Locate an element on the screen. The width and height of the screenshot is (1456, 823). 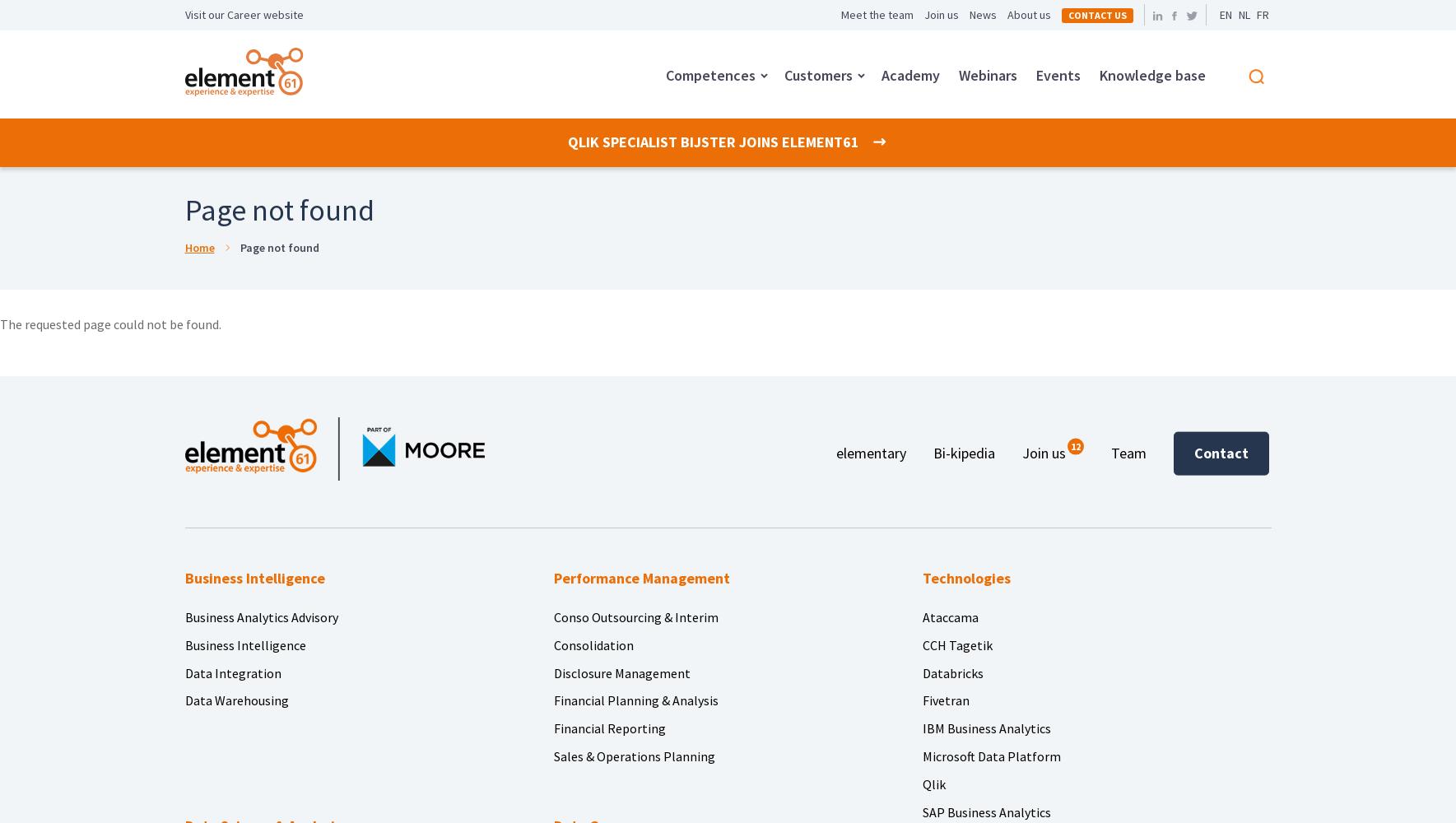
'Fivetran' is located at coordinates (944, 700).